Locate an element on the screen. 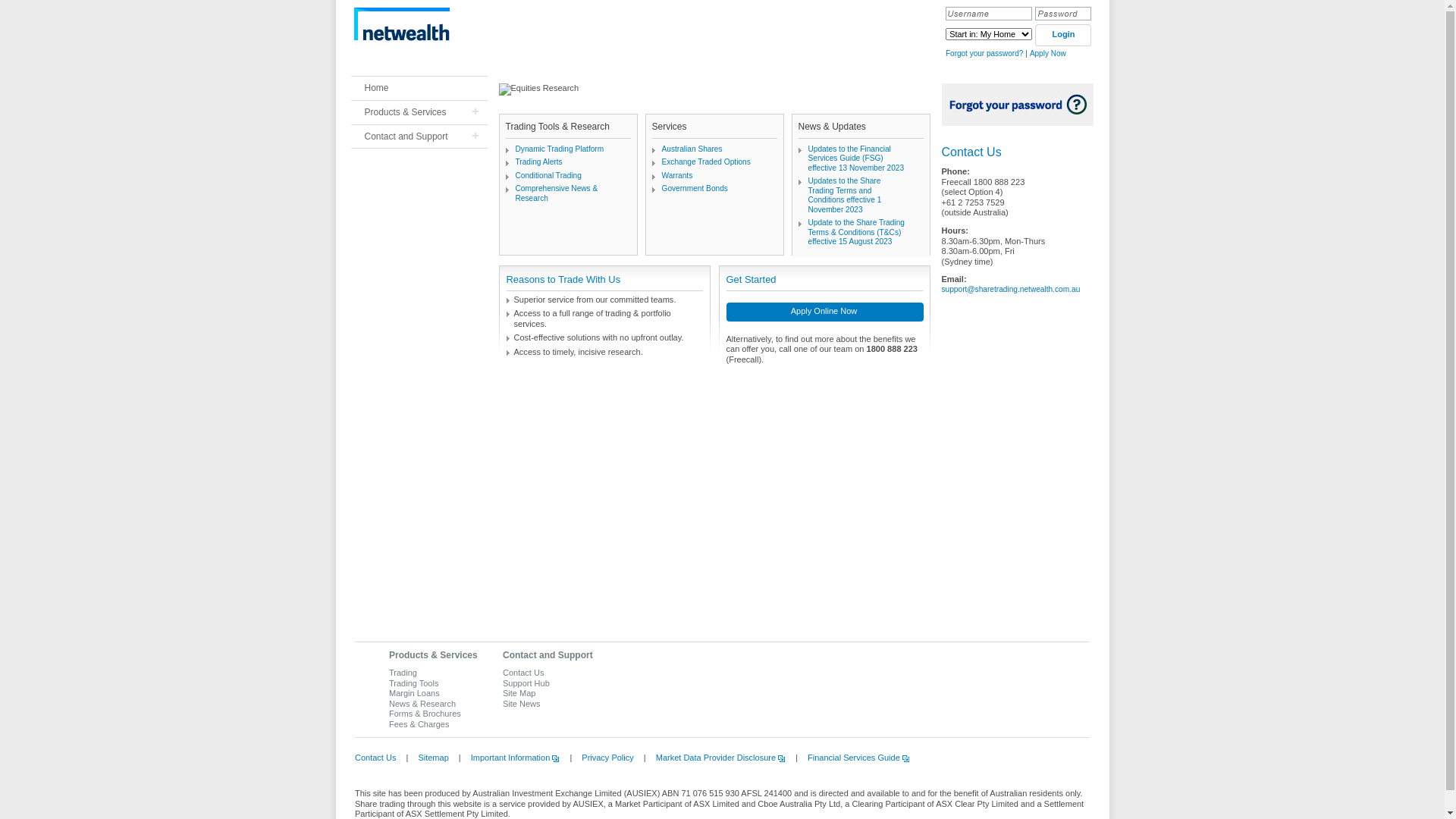 Image resolution: width=1456 pixels, height=819 pixels. 'support@sharetrading.netwealth.com.au' is located at coordinates (941, 289).